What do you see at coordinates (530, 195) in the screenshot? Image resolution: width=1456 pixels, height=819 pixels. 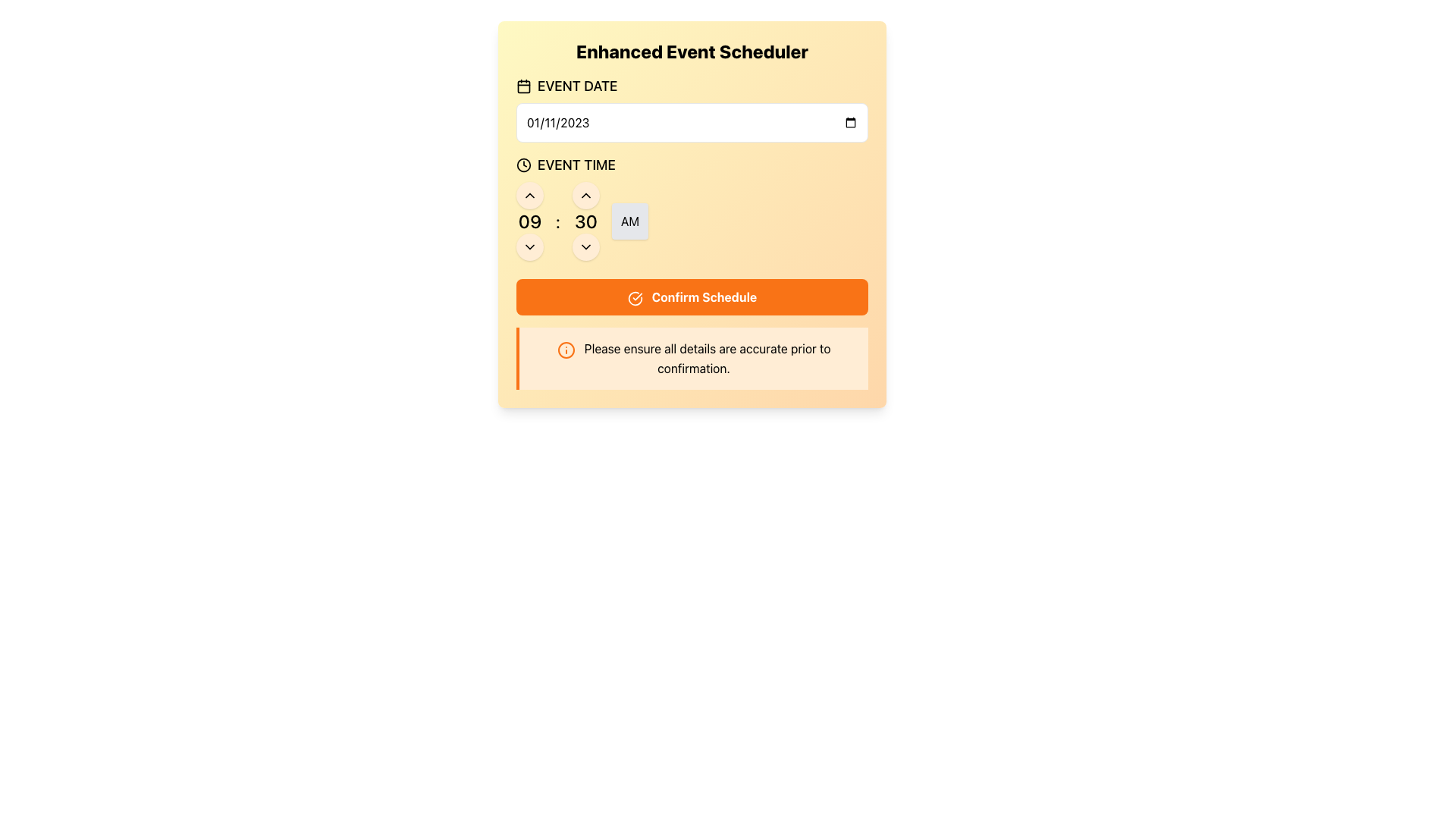 I see `the icon button located above the '09' time input field in the event scheduler interface to increment the hour value` at bounding box center [530, 195].